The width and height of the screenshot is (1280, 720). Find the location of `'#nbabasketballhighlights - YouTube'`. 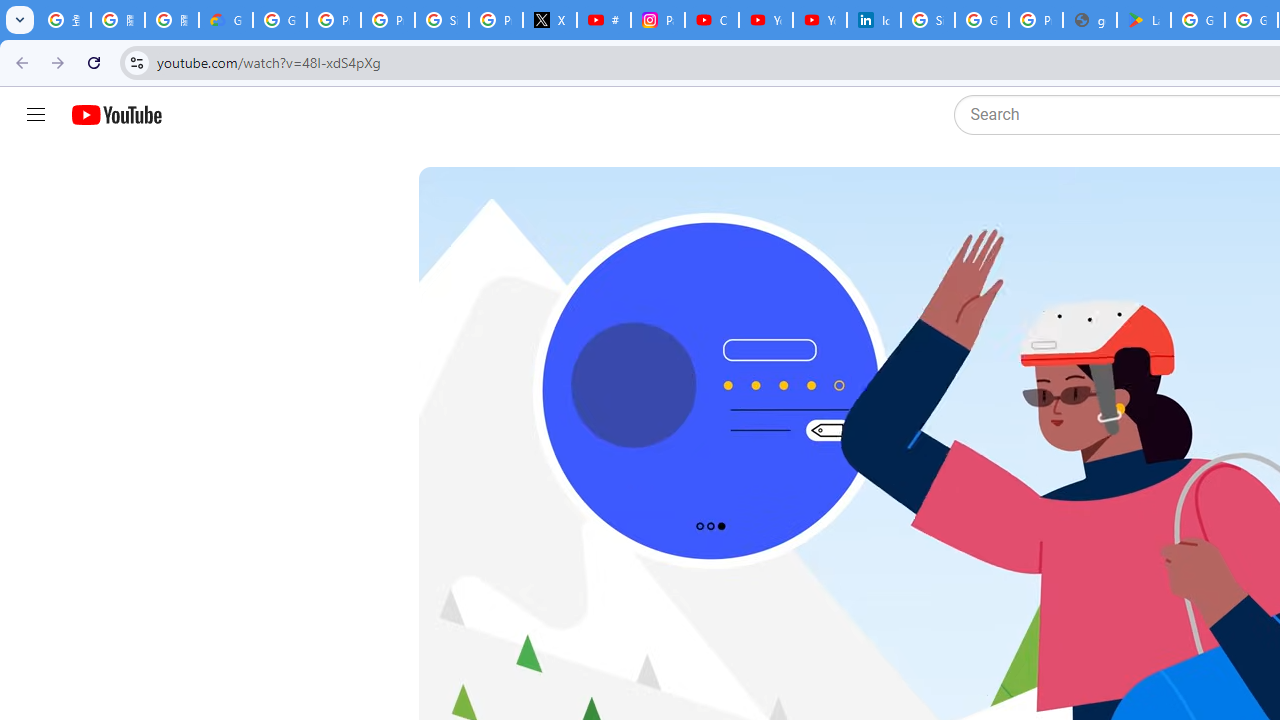

'#nbabasketballhighlights - YouTube' is located at coordinates (603, 20).